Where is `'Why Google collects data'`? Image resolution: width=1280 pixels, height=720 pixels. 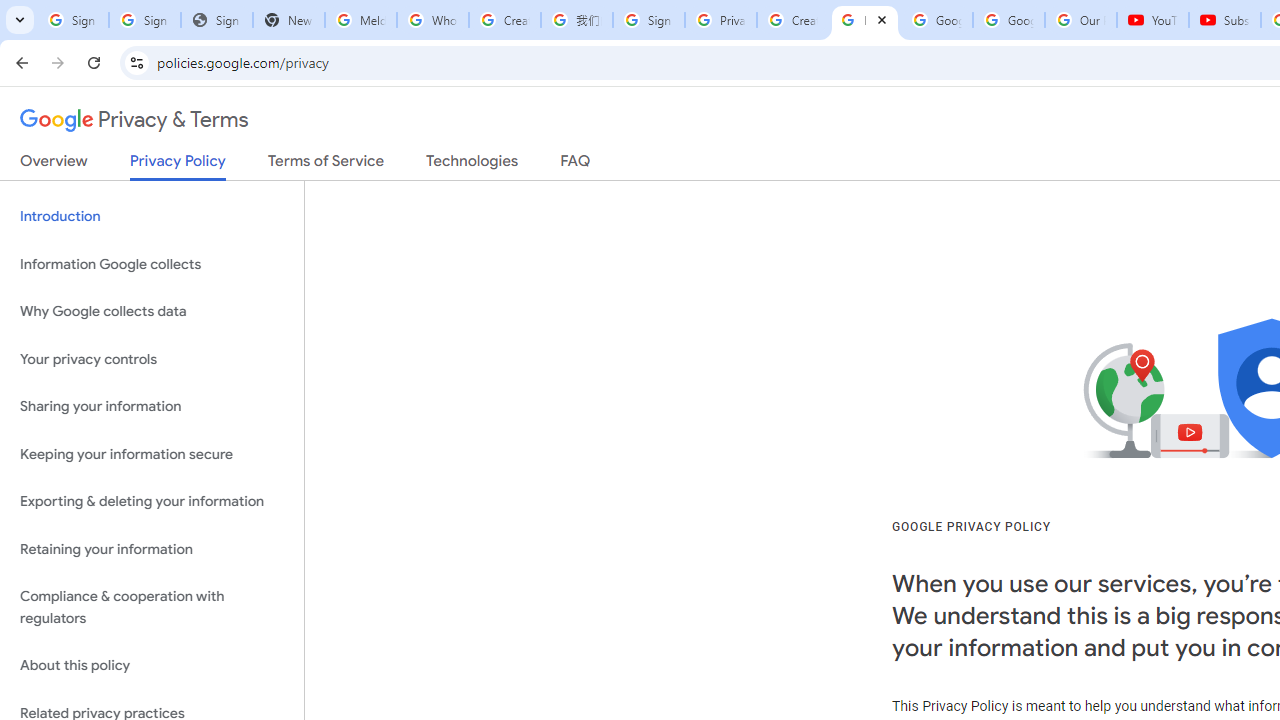
'Why Google collects data' is located at coordinates (151, 312).